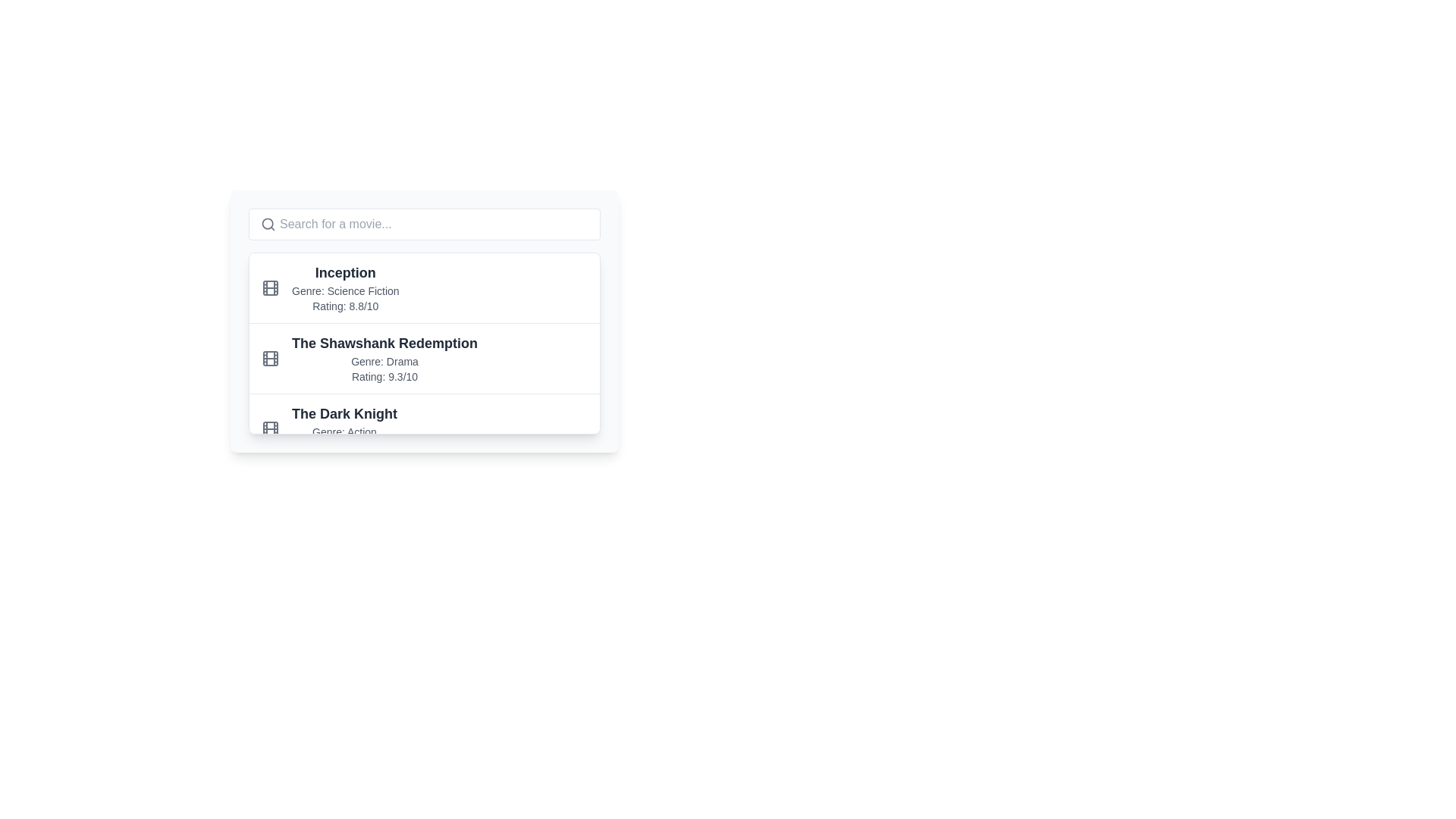  What do you see at coordinates (344, 288) in the screenshot?
I see `the informational text block displaying the title 'Inception' and its details for additional information` at bounding box center [344, 288].